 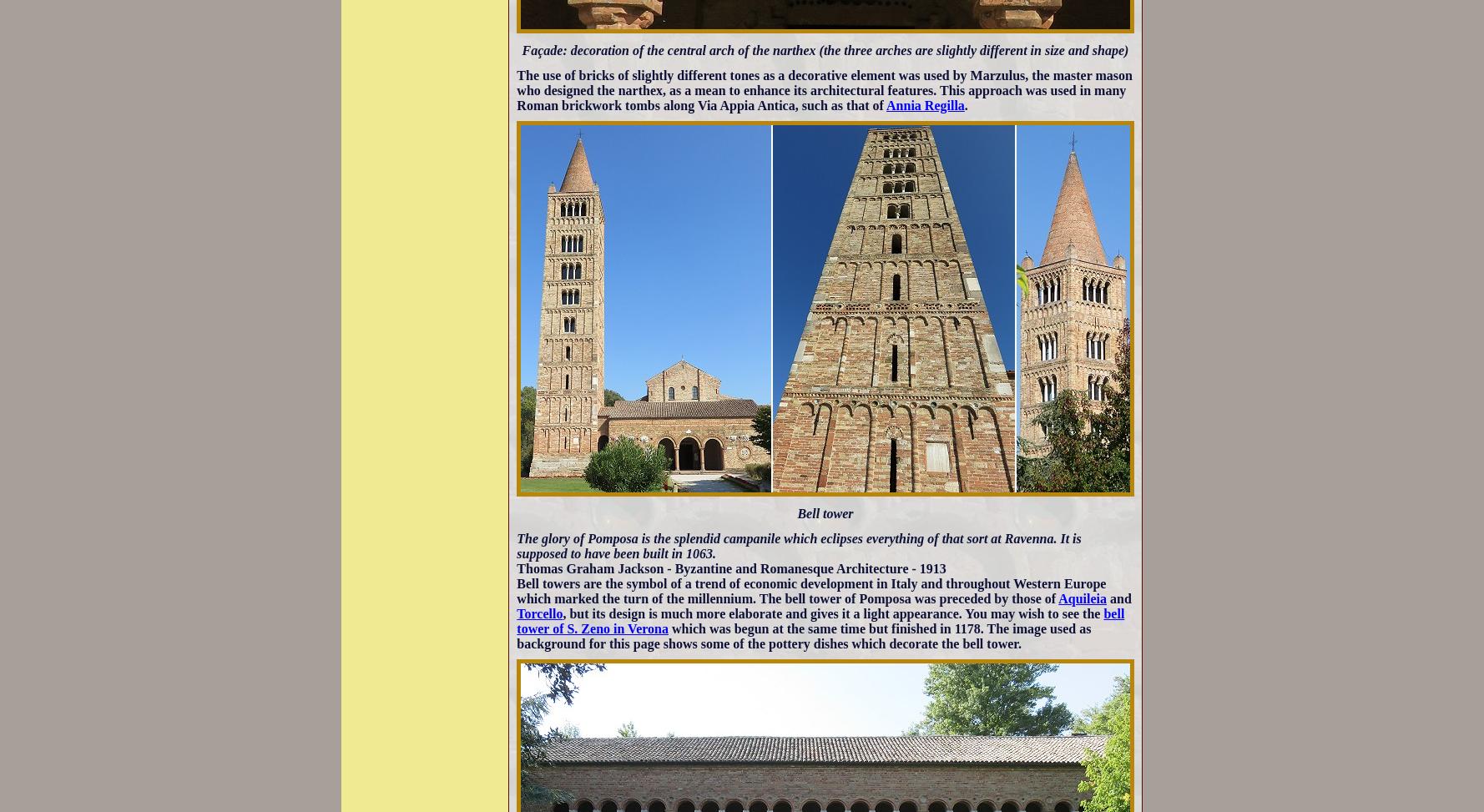 I want to click on 'and', so click(x=1118, y=598).